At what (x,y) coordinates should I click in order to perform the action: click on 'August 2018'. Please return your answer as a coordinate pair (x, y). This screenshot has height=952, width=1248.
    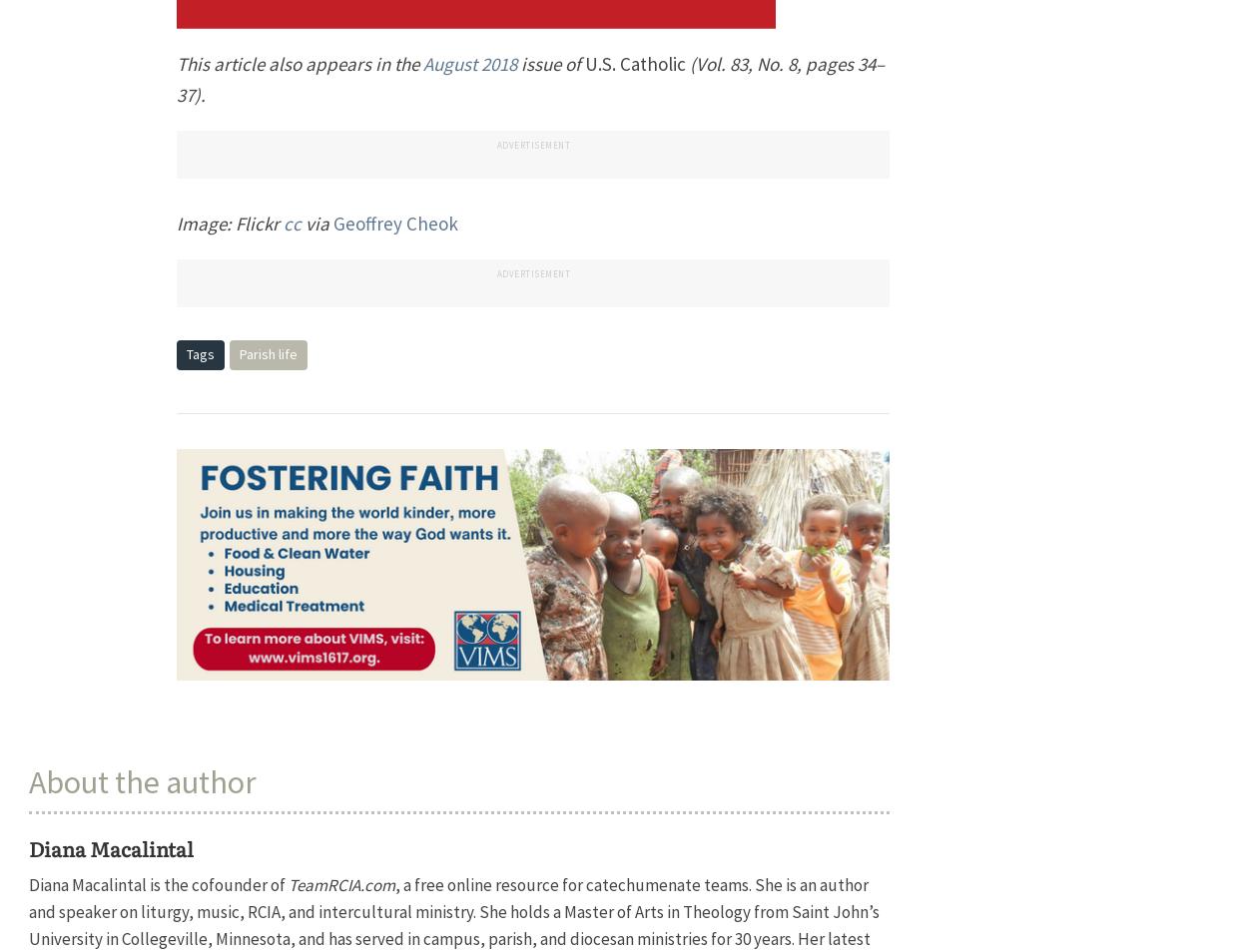
    Looking at the image, I should click on (469, 63).